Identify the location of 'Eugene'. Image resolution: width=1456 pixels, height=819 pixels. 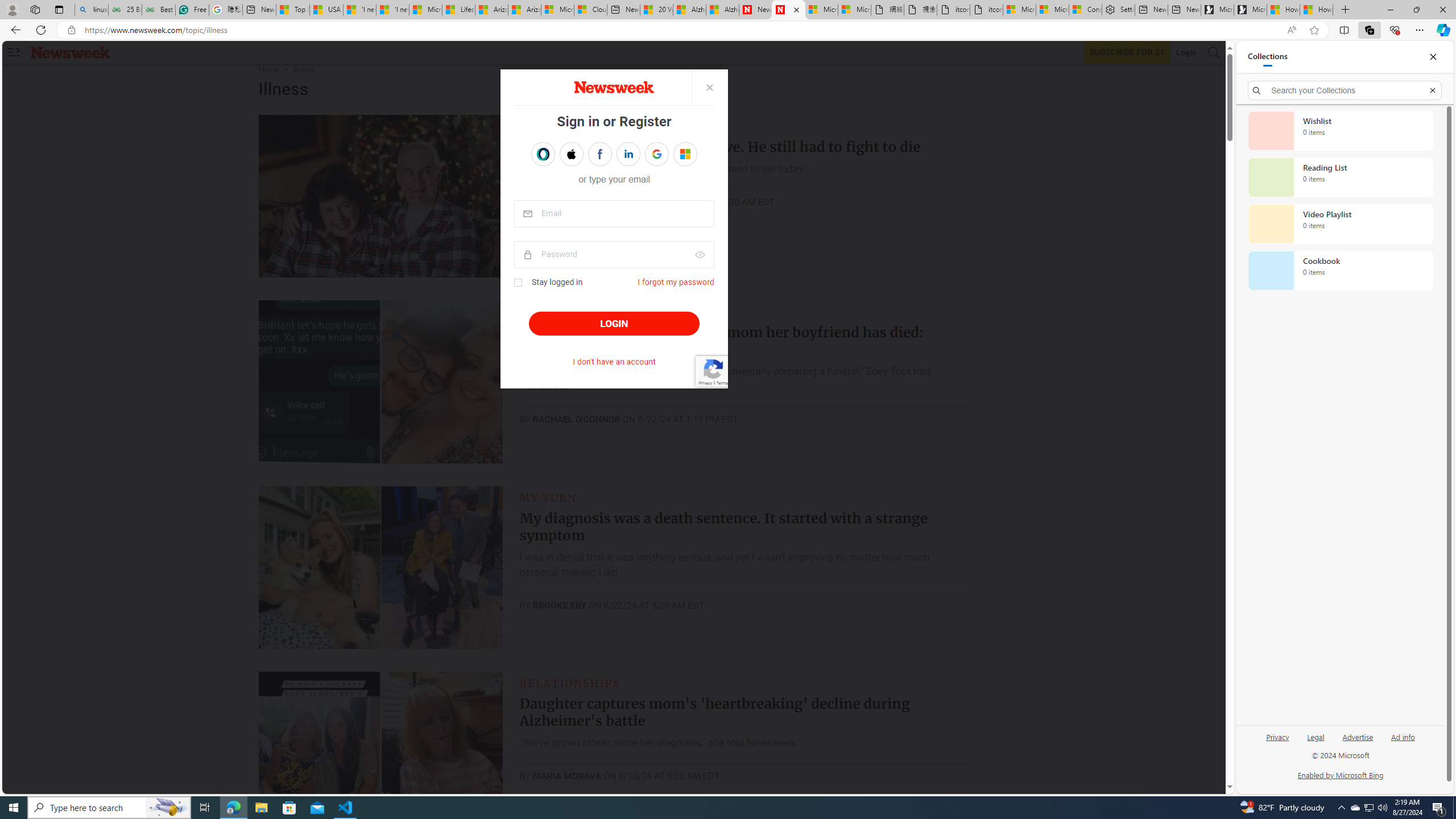
(677, 153).